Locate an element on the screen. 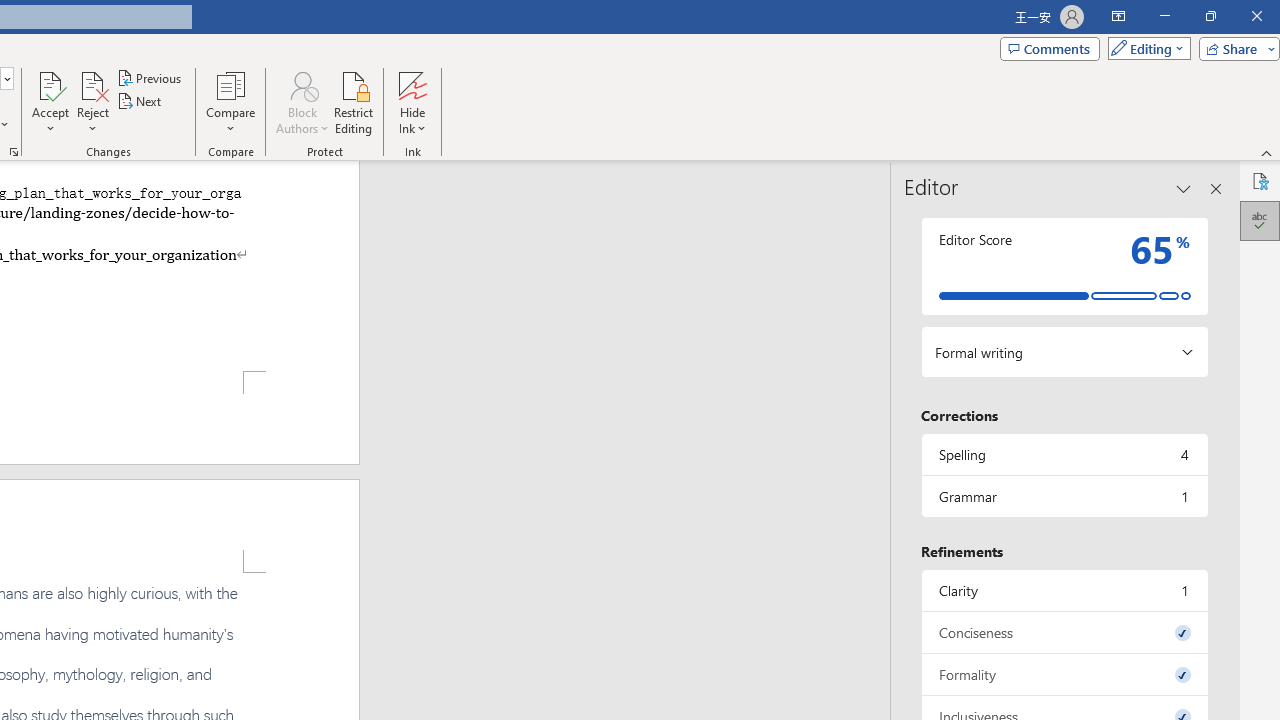 The width and height of the screenshot is (1280, 720). 'Formality, 0 issues. Press space or enter to review items.' is located at coordinates (1063, 674).